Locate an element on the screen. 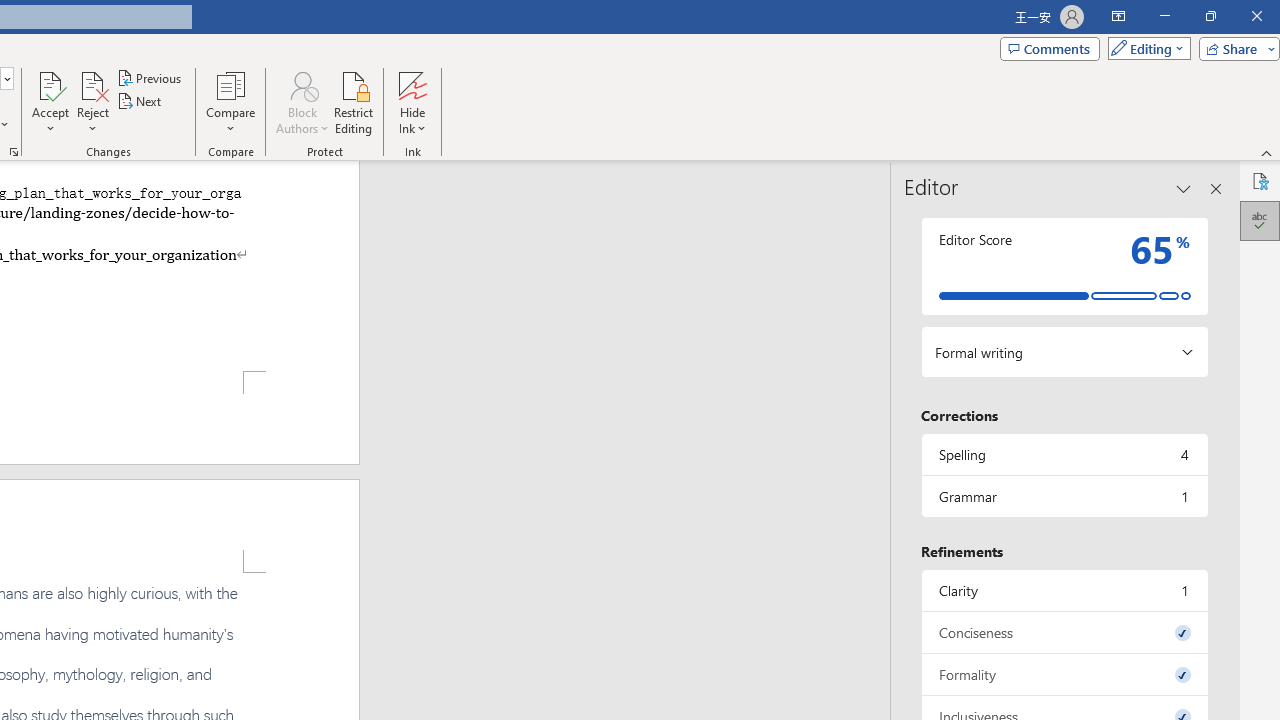 The width and height of the screenshot is (1280, 720). 'Formality, 0 issues. Press space or enter to review items.' is located at coordinates (1063, 674).